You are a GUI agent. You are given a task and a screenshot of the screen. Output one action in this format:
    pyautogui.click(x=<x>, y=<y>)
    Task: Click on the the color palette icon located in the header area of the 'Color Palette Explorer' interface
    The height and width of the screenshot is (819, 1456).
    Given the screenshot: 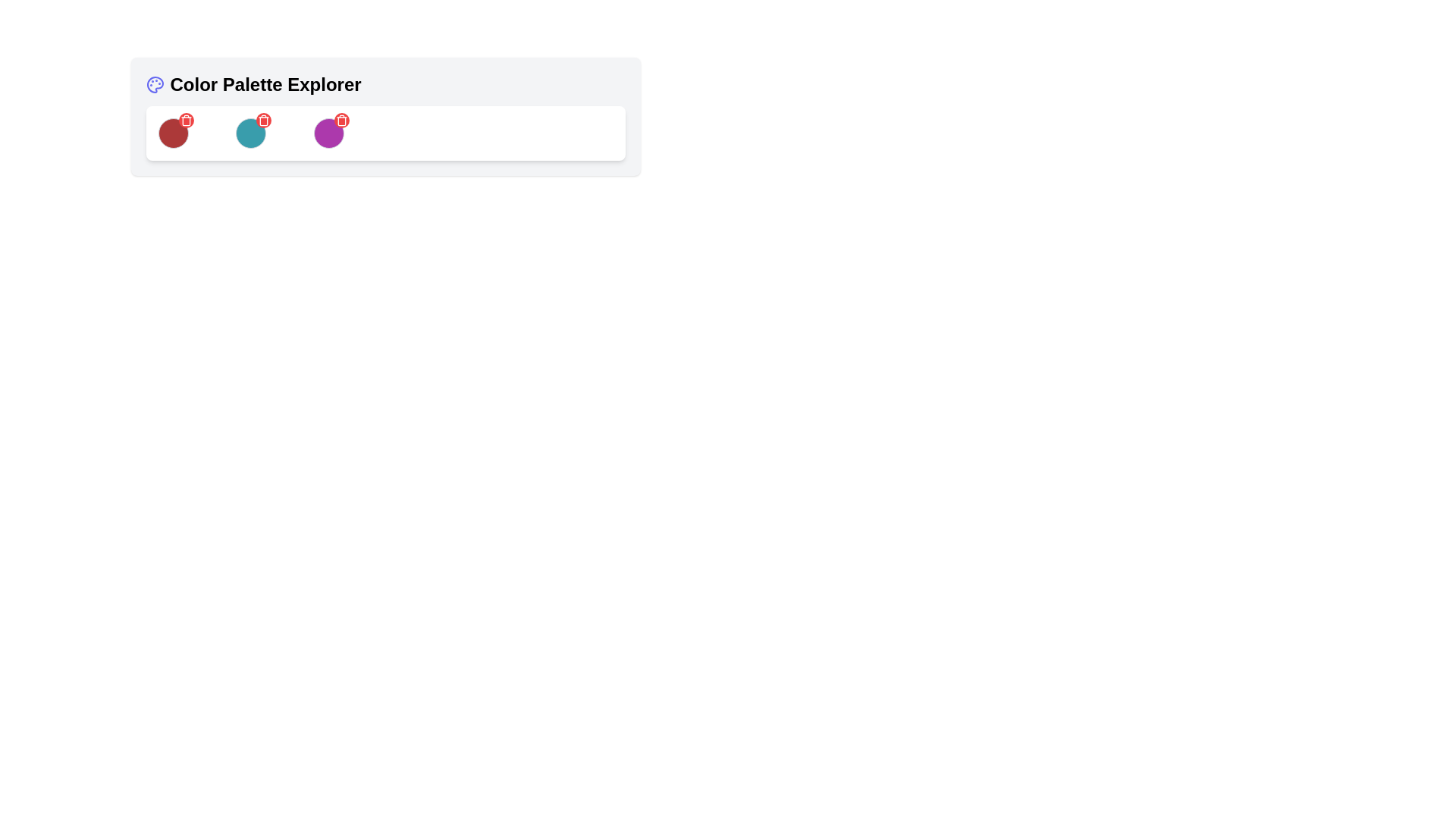 What is the action you would take?
    pyautogui.click(x=154, y=84)
    